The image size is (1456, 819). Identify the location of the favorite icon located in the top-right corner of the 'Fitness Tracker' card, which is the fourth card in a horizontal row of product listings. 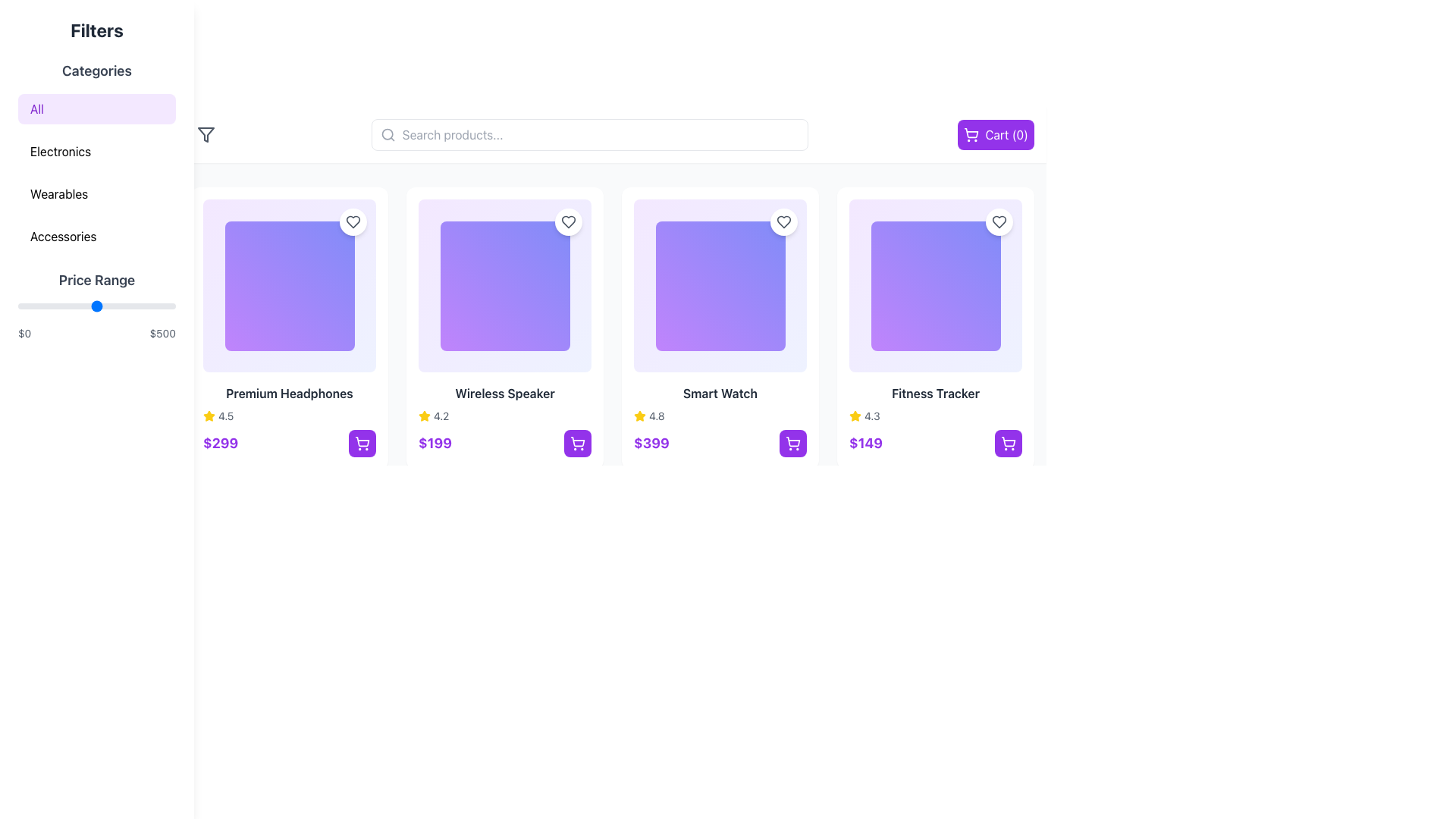
(999, 222).